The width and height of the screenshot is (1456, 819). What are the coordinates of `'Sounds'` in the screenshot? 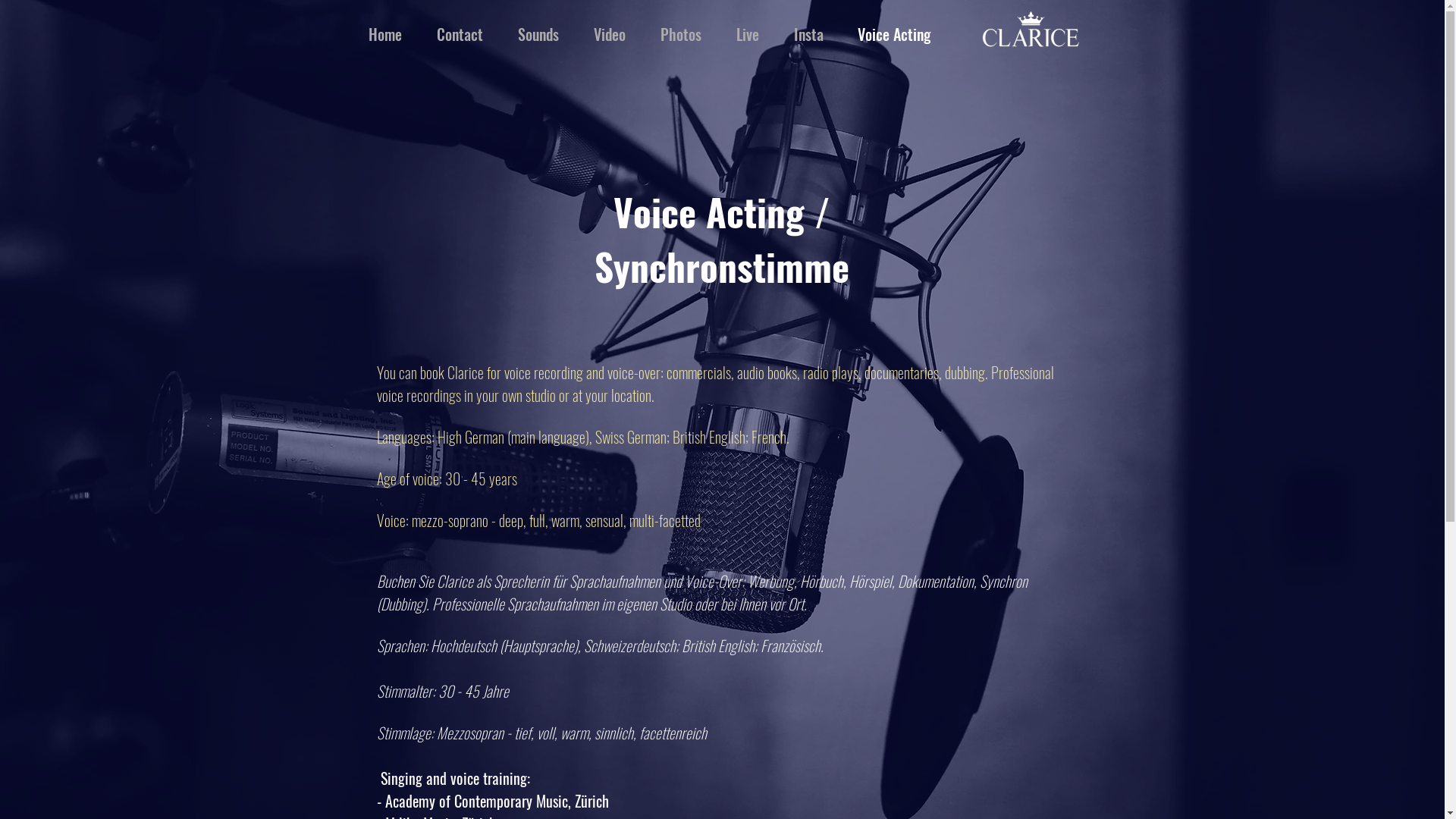 It's located at (538, 34).